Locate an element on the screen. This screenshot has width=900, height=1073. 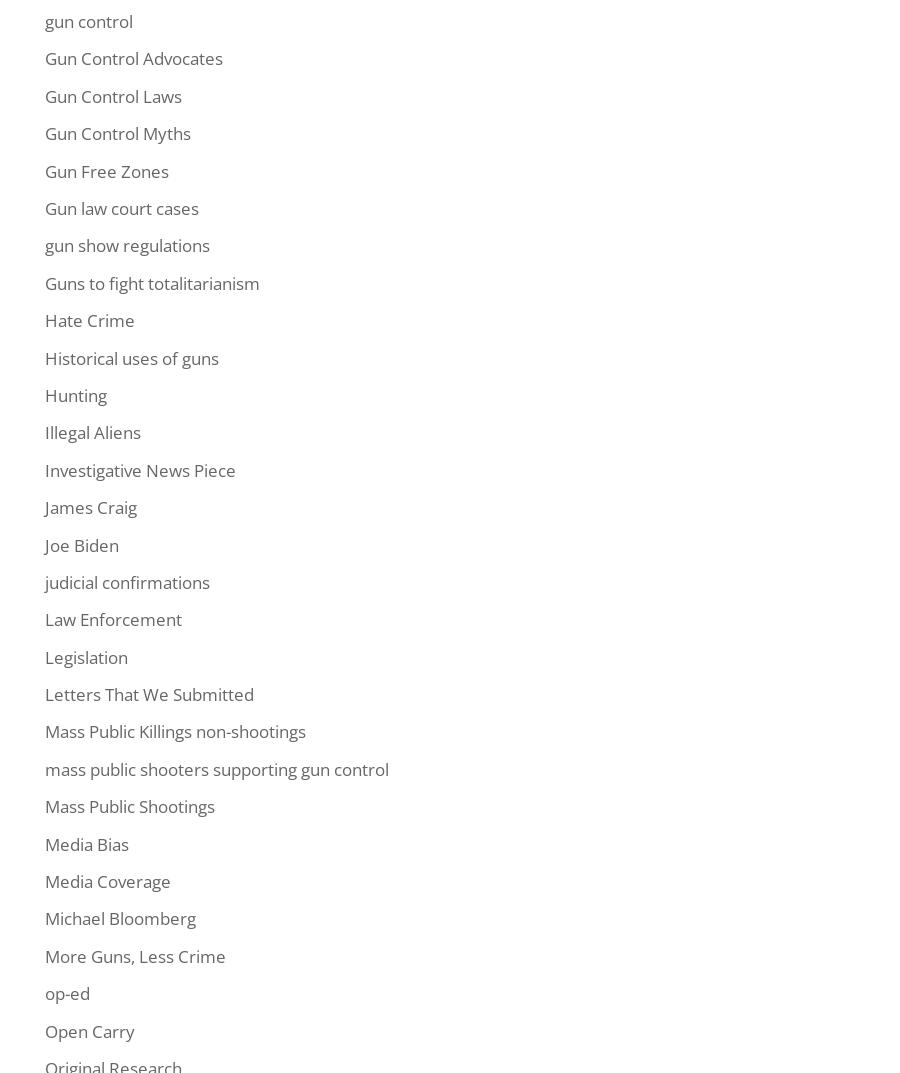
'Gun Control Myths' is located at coordinates (44, 132).